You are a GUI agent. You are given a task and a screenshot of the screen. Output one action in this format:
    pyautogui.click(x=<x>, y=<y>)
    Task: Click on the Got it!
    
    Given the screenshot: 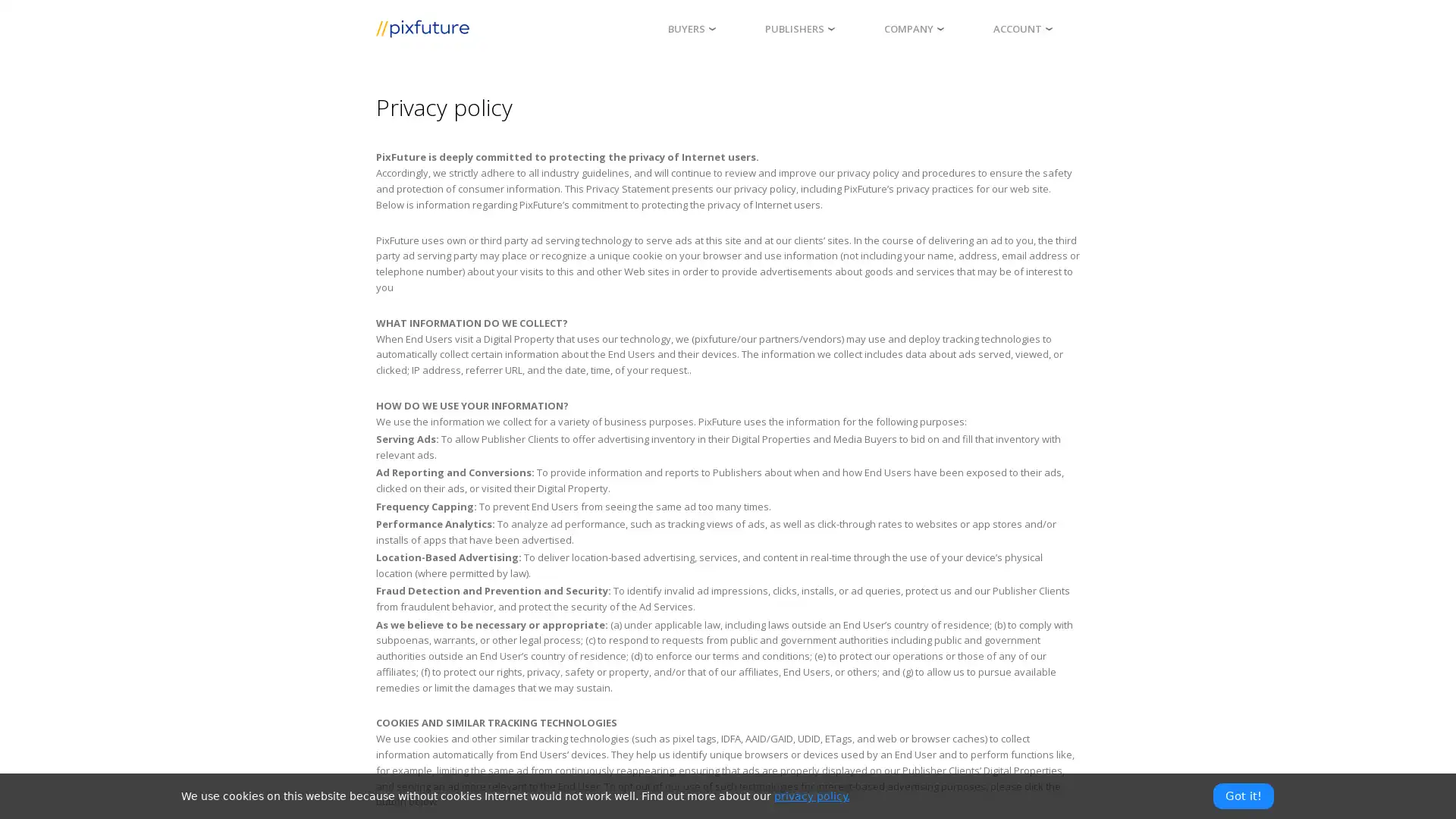 What is the action you would take?
    pyautogui.click(x=1242, y=795)
    